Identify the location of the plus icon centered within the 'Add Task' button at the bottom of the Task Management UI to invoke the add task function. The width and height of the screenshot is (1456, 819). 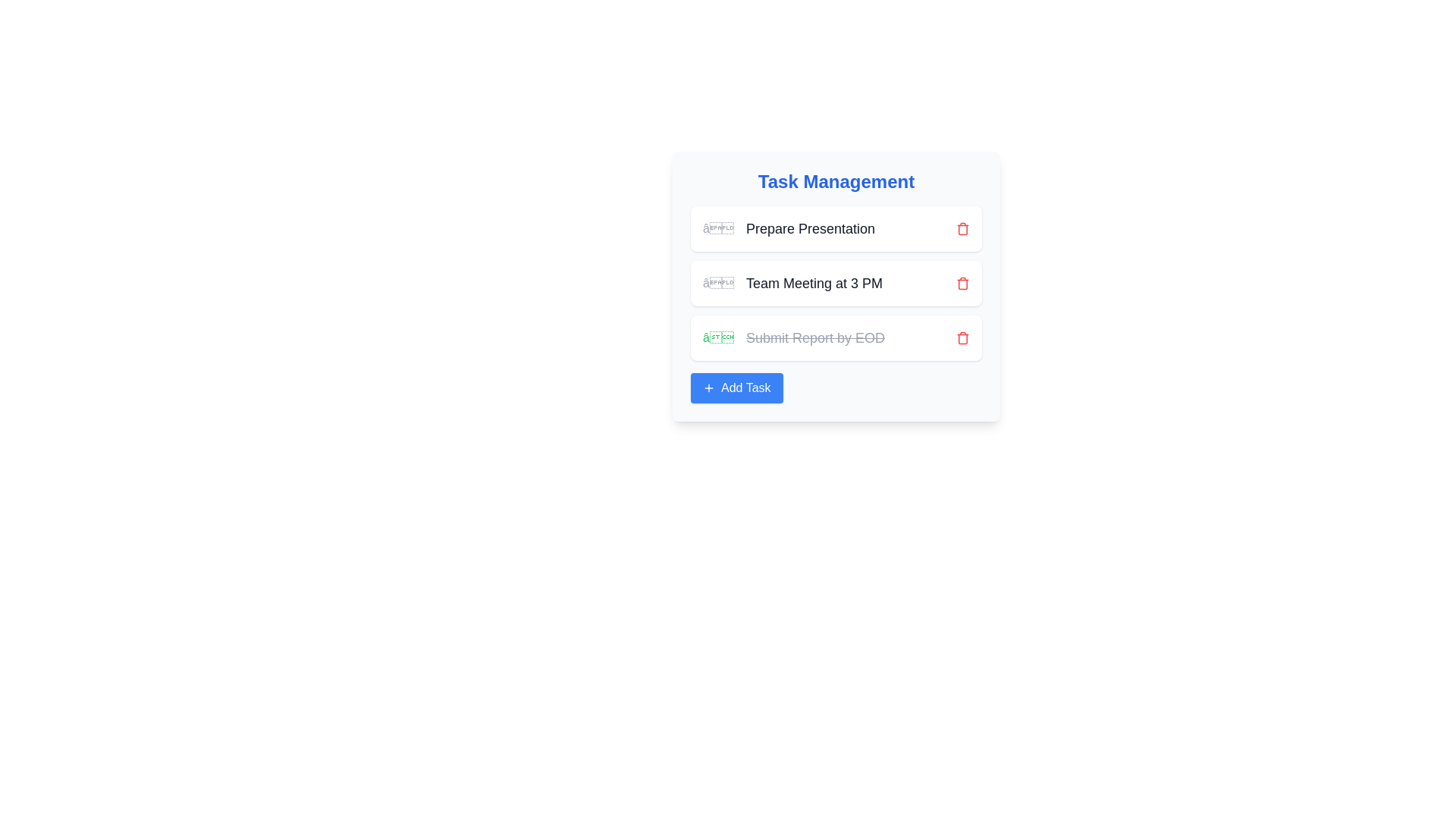
(708, 388).